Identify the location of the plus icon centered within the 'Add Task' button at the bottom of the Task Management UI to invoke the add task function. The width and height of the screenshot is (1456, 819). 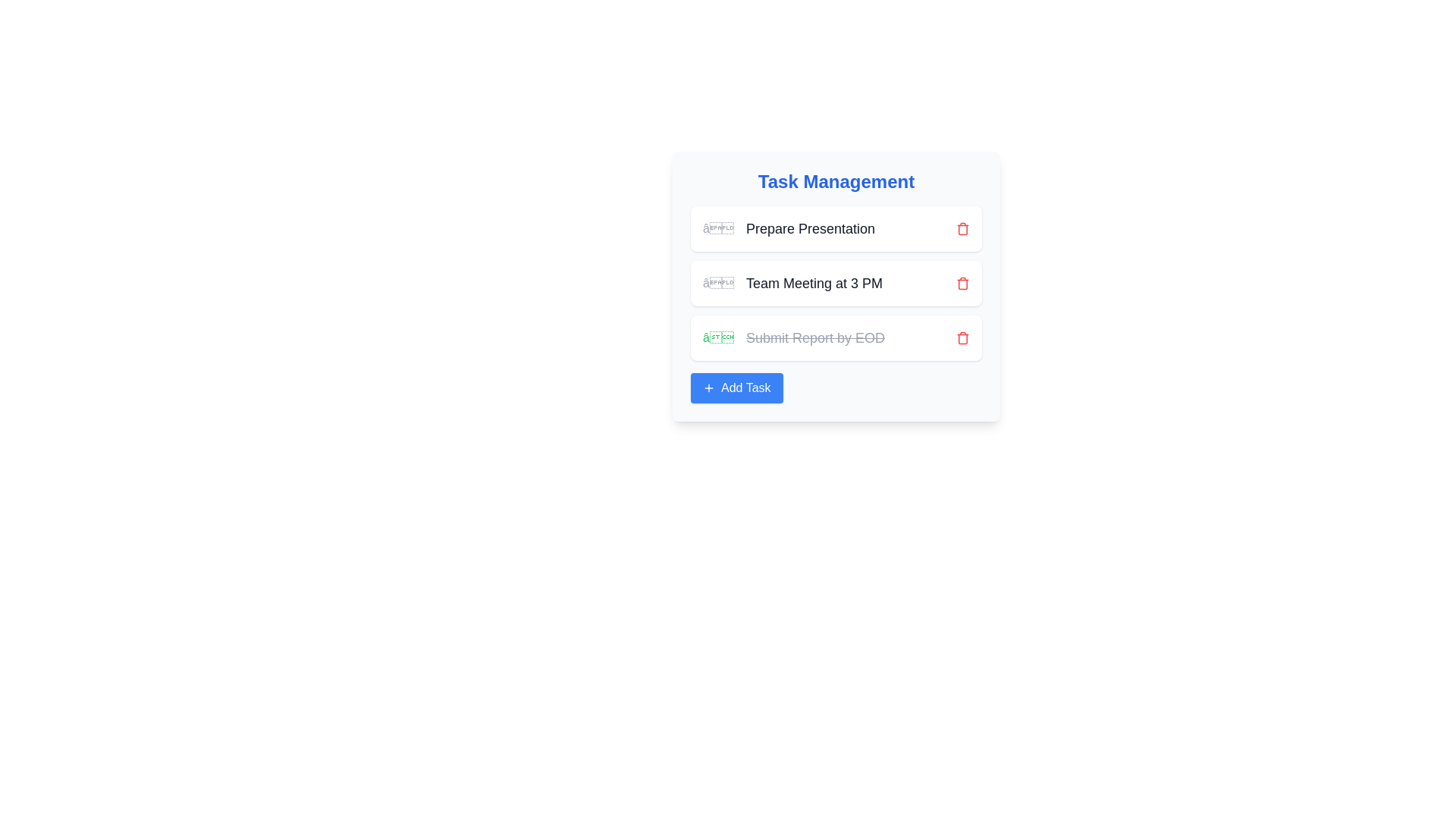
(708, 388).